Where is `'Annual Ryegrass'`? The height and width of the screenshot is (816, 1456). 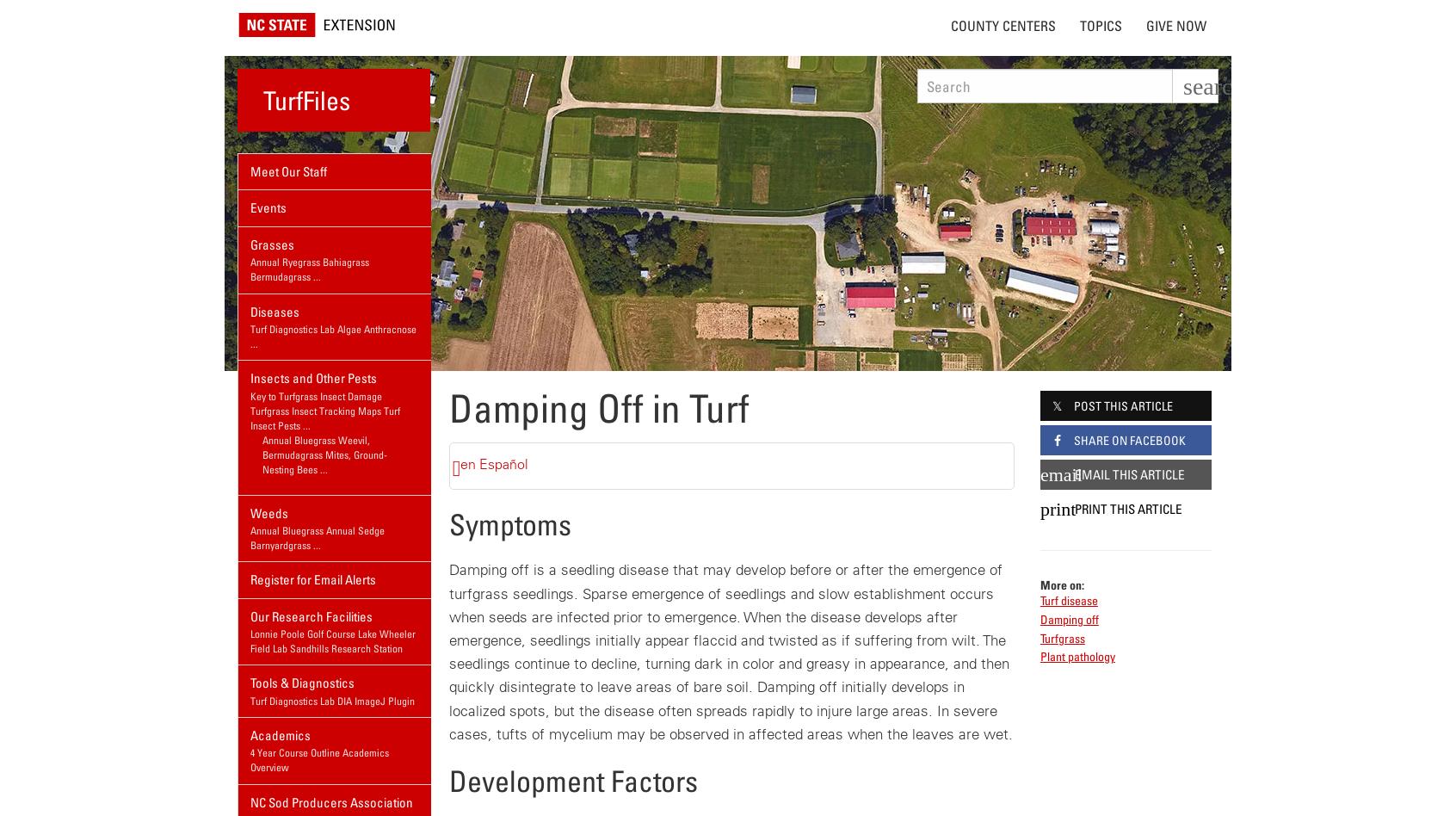
'Annual Ryegrass' is located at coordinates (250, 262).